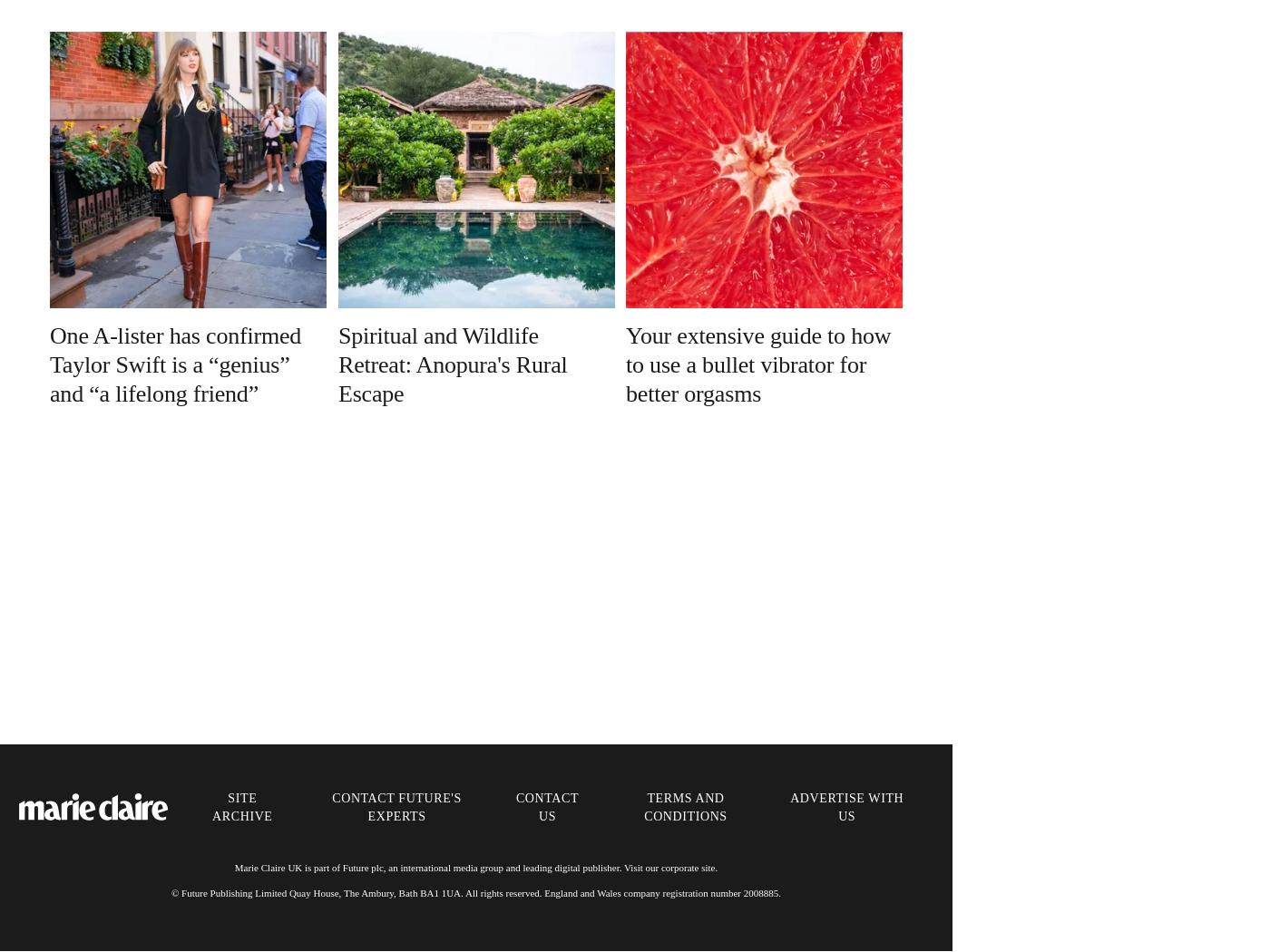 The width and height of the screenshot is (1270, 952). Describe the element at coordinates (429, 866) in the screenshot. I see `'Marie Claire UK is part of Future plc, an international media group and leading digital publisher.'` at that location.